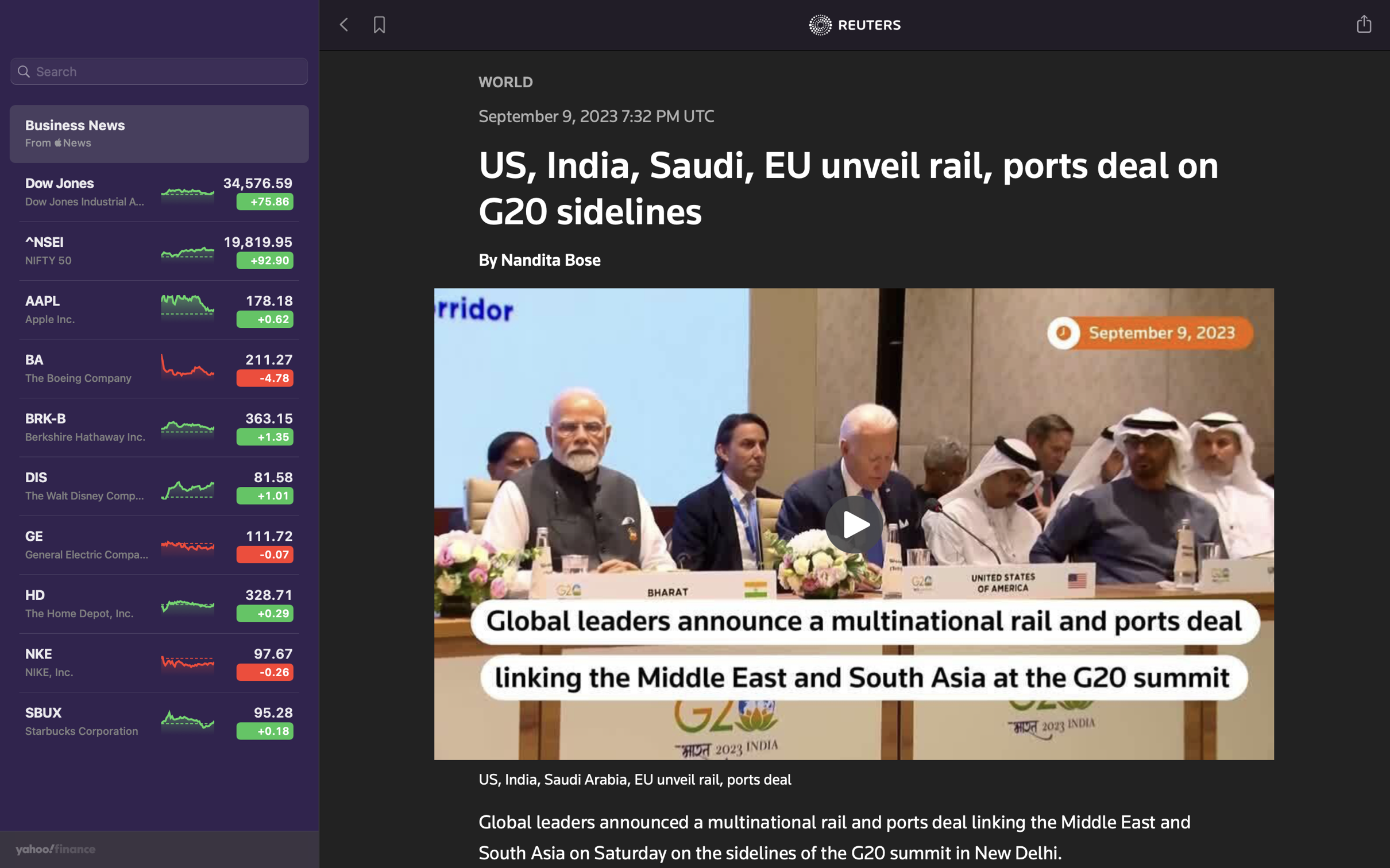 The height and width of the screenshot is (868, 1390). Describe the element at coordinates (1365, 22) in the screenshot. I see `Circulate the news on Facebook through automation script` at that location.